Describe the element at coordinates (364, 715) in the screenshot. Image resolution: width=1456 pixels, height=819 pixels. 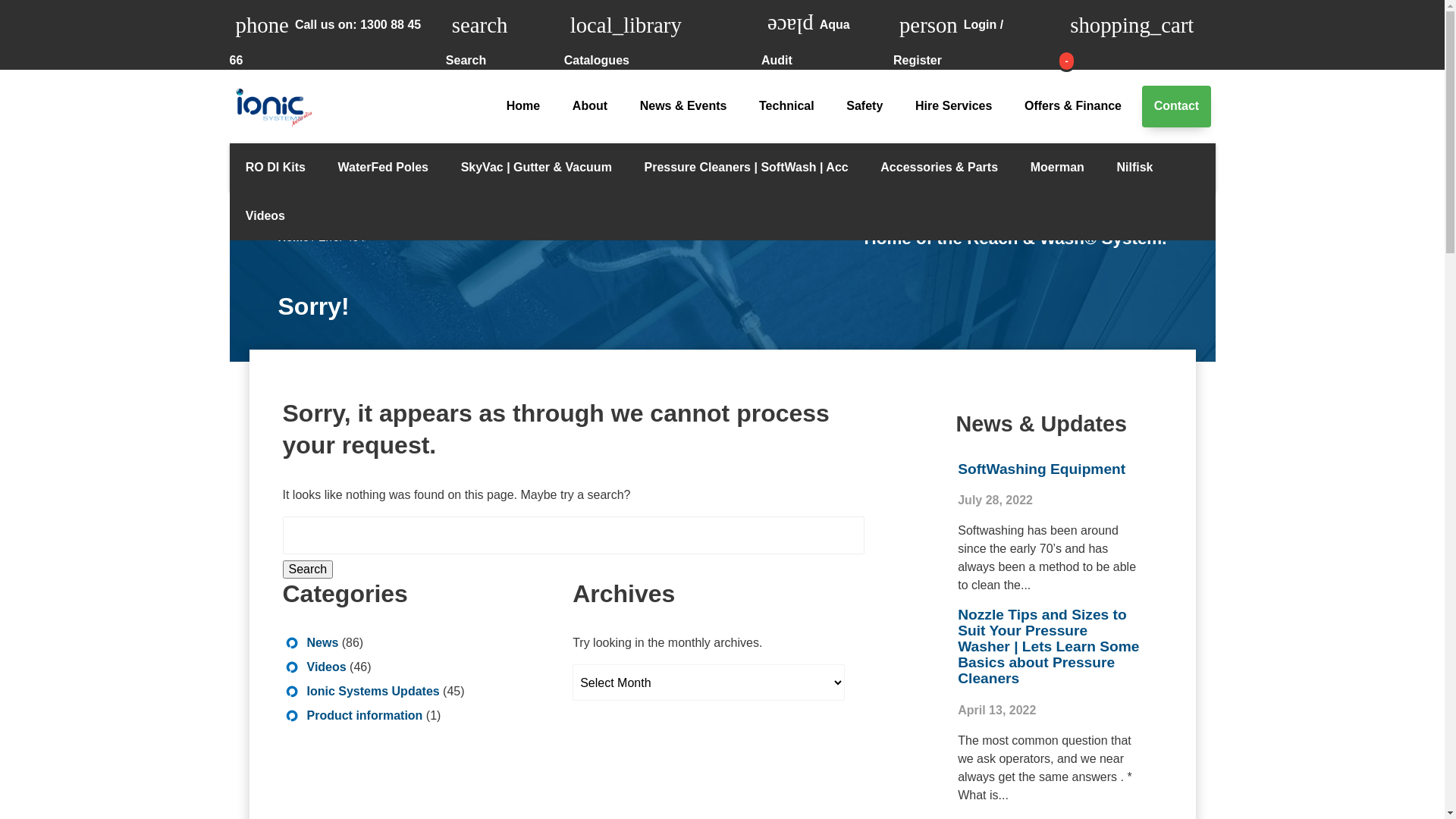
I see `'Product information'` at that location.